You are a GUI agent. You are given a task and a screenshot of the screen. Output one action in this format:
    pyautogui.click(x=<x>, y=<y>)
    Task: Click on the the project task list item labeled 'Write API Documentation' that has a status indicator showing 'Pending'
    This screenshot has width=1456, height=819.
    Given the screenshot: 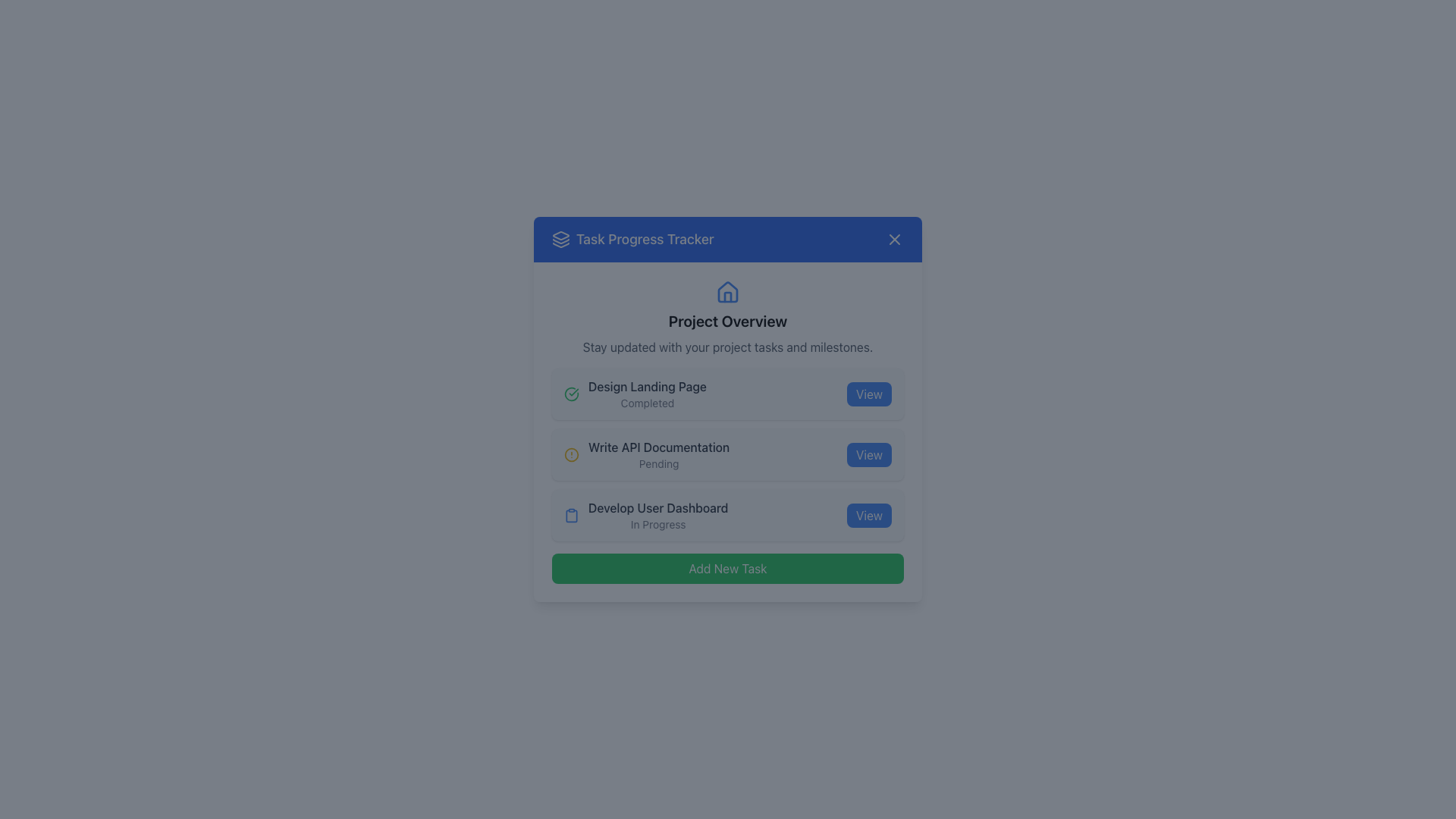 What is the action you would take?
    pyautogui.click(x=659, y=454)
    